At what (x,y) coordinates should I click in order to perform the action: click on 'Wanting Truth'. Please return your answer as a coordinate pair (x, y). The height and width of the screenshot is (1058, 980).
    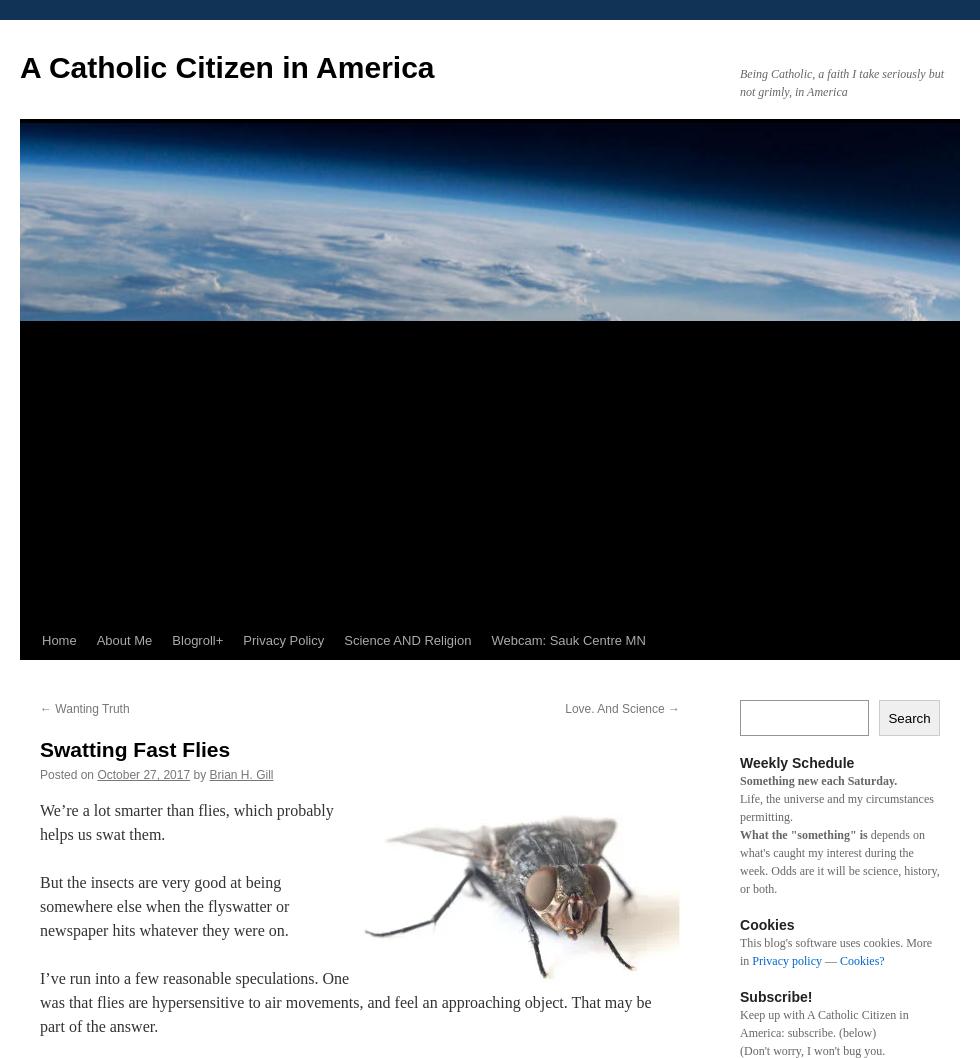
    Looking at the image, I should click on (90, 708).